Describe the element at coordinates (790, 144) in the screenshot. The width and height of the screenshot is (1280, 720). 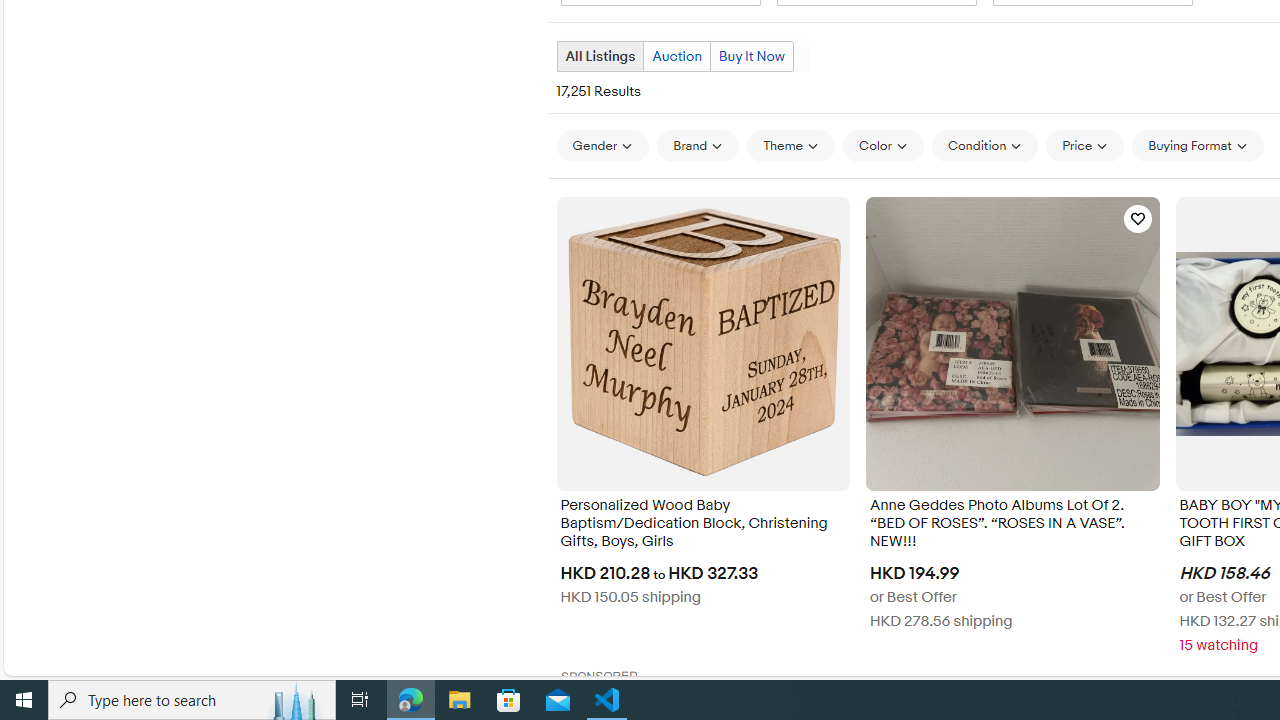
I see `'Theme'` at that location.